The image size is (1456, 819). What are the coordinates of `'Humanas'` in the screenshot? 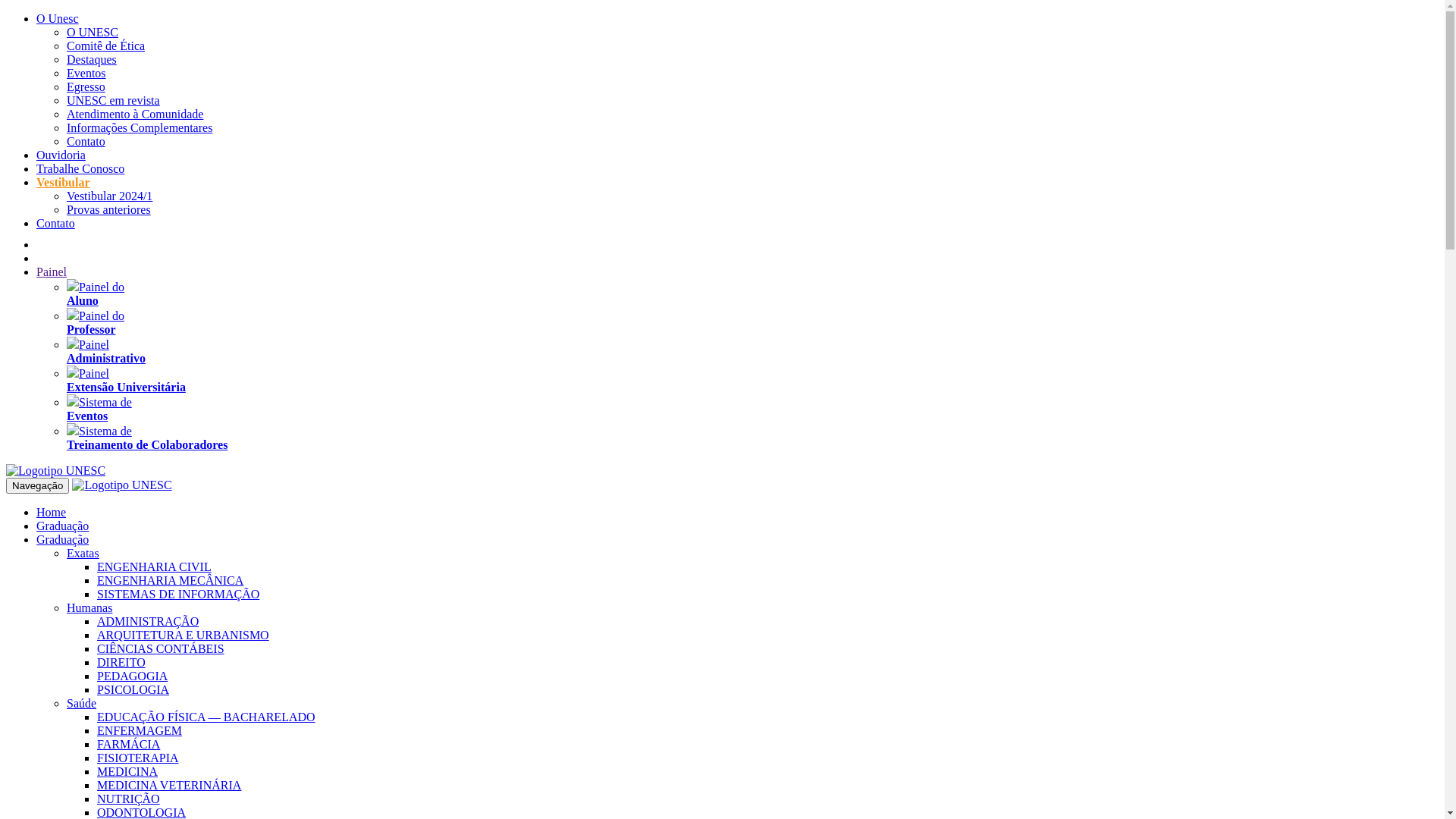 It's located at (65, 607).